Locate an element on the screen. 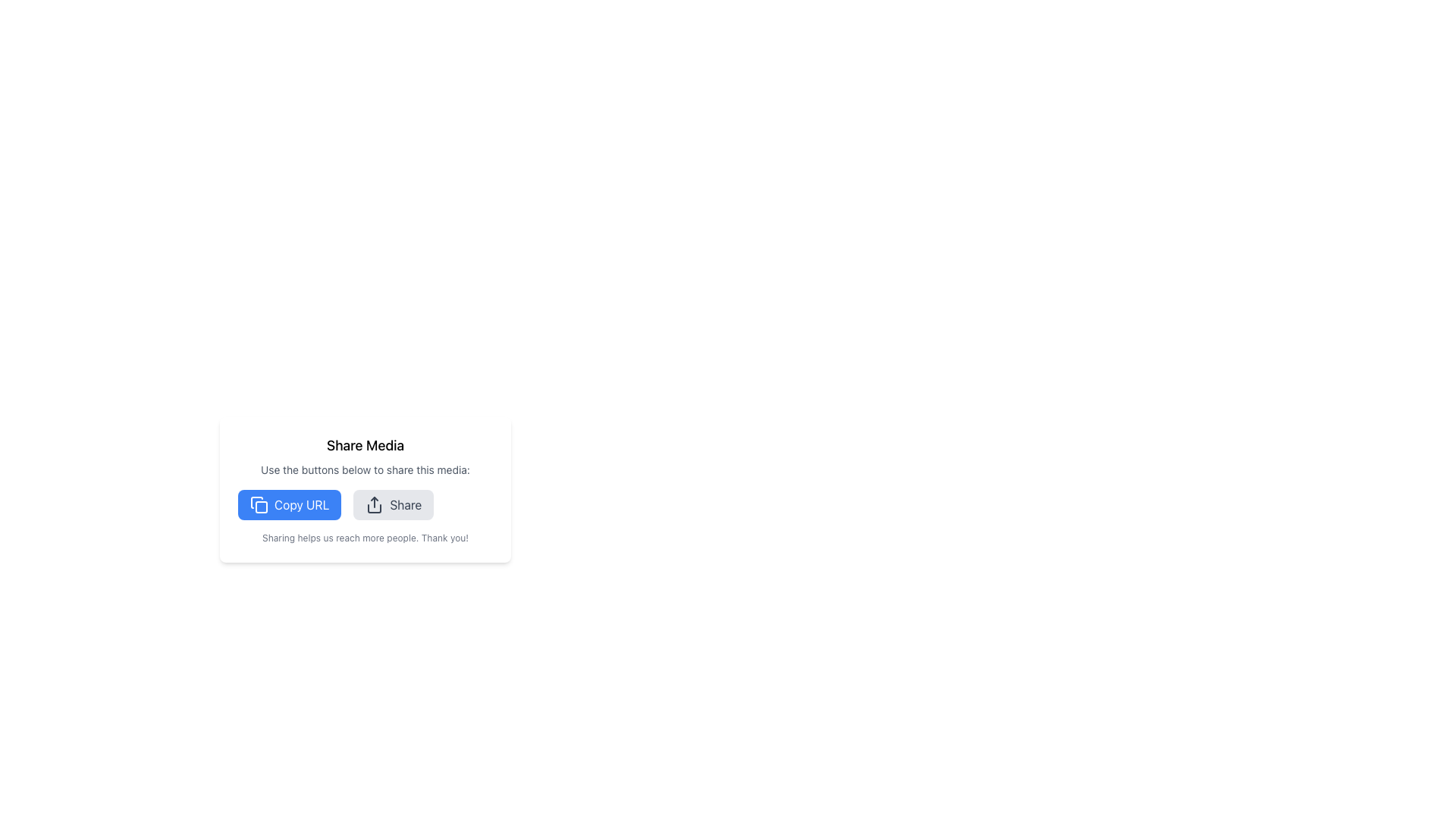 This screenshot has width=1456, height=819. the 'Share' button, which is a rectangular button with rounded corners, soft gray background, and aligned text to the right of a share icon, located in the middle-right section of the interface is located at coordinates (394, 505).